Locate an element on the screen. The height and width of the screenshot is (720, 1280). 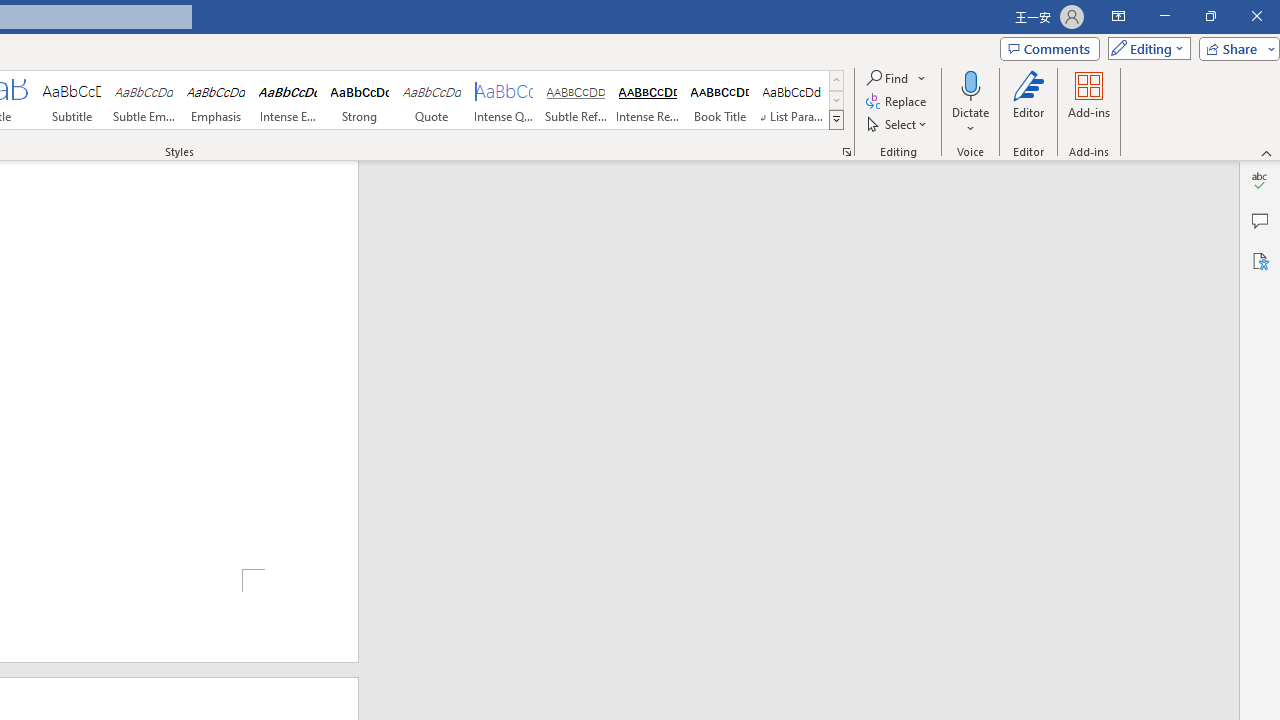
'Subtitle' is located at coordinates (71, 100).